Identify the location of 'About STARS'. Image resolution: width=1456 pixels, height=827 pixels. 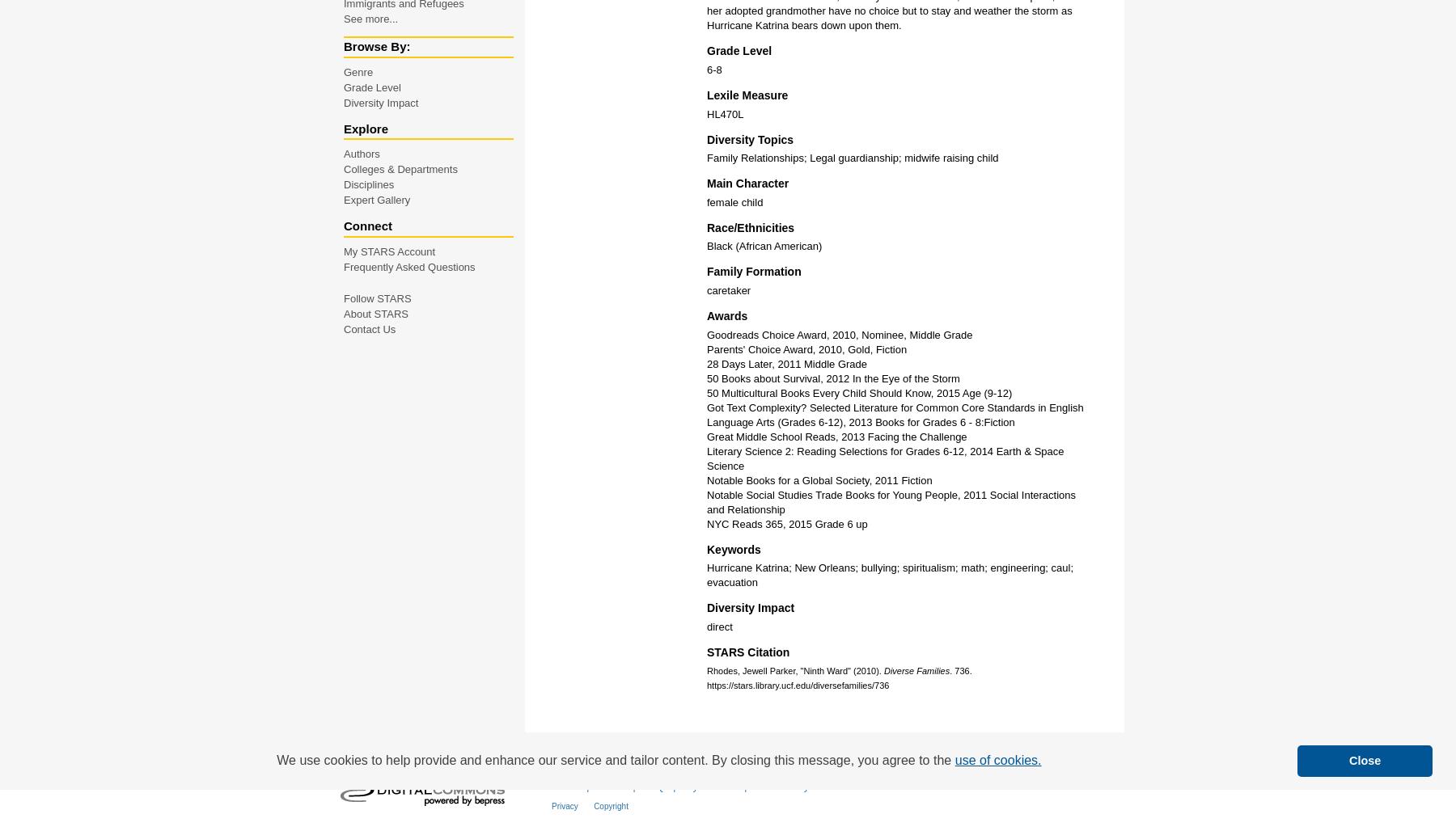
(343, 312).